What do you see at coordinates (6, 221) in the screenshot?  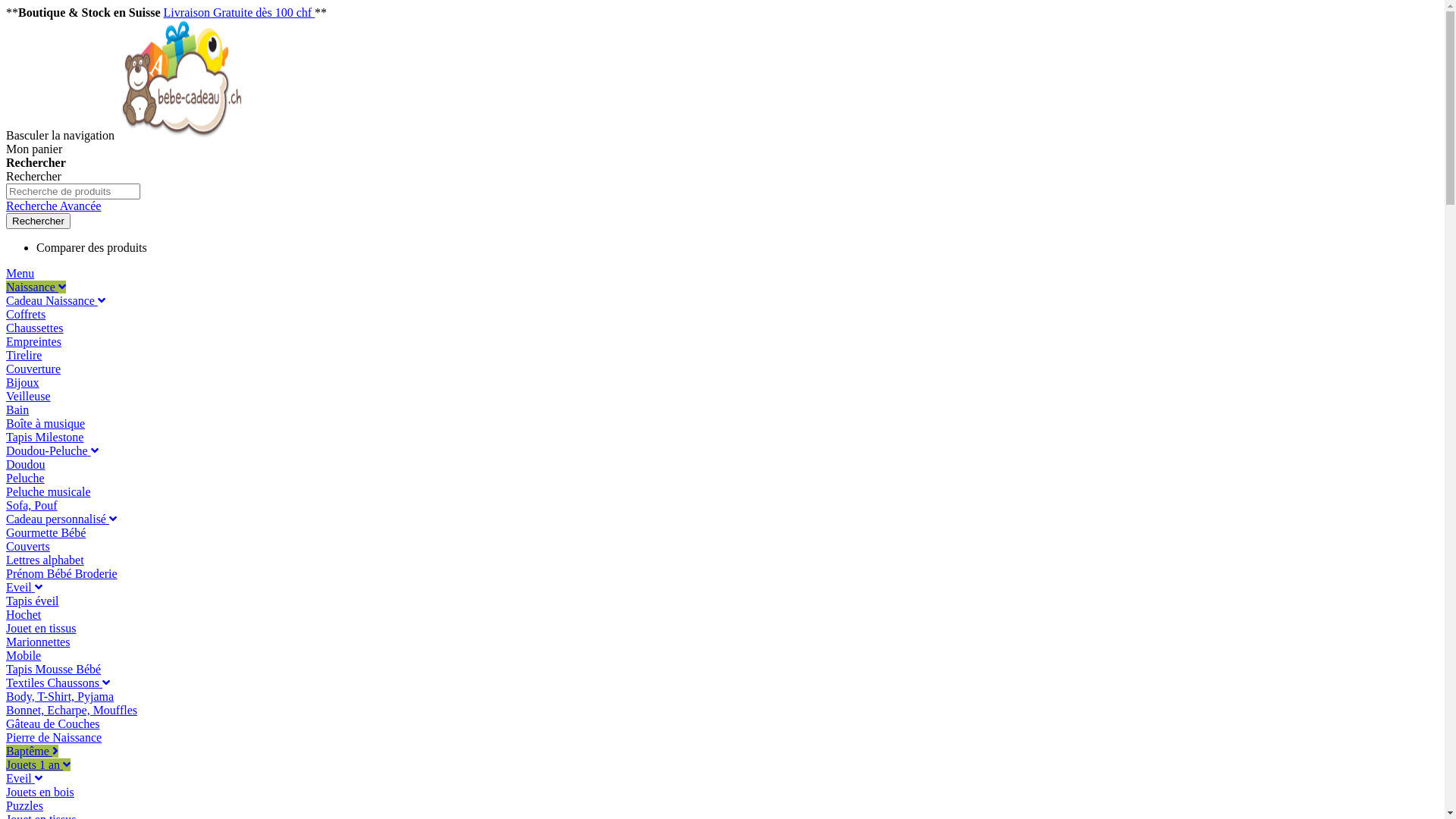 I see `'Rechercher'` at bounding box center [6, 221].